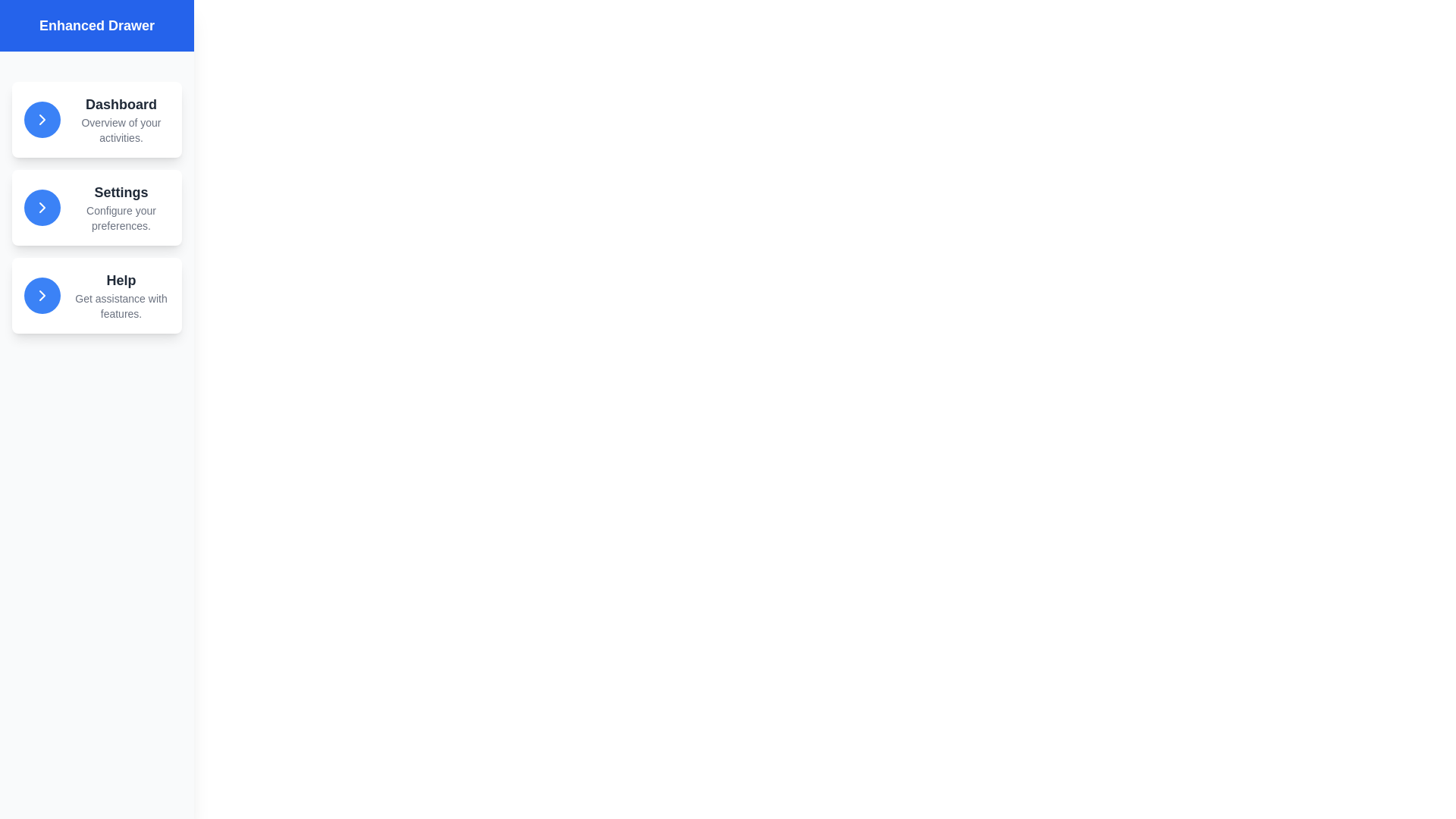 This screenshot has width=1456, height=819. Describe the element at coordinates (96, 119) in the screenshot. I see `the menu item Dashboard` at that location.